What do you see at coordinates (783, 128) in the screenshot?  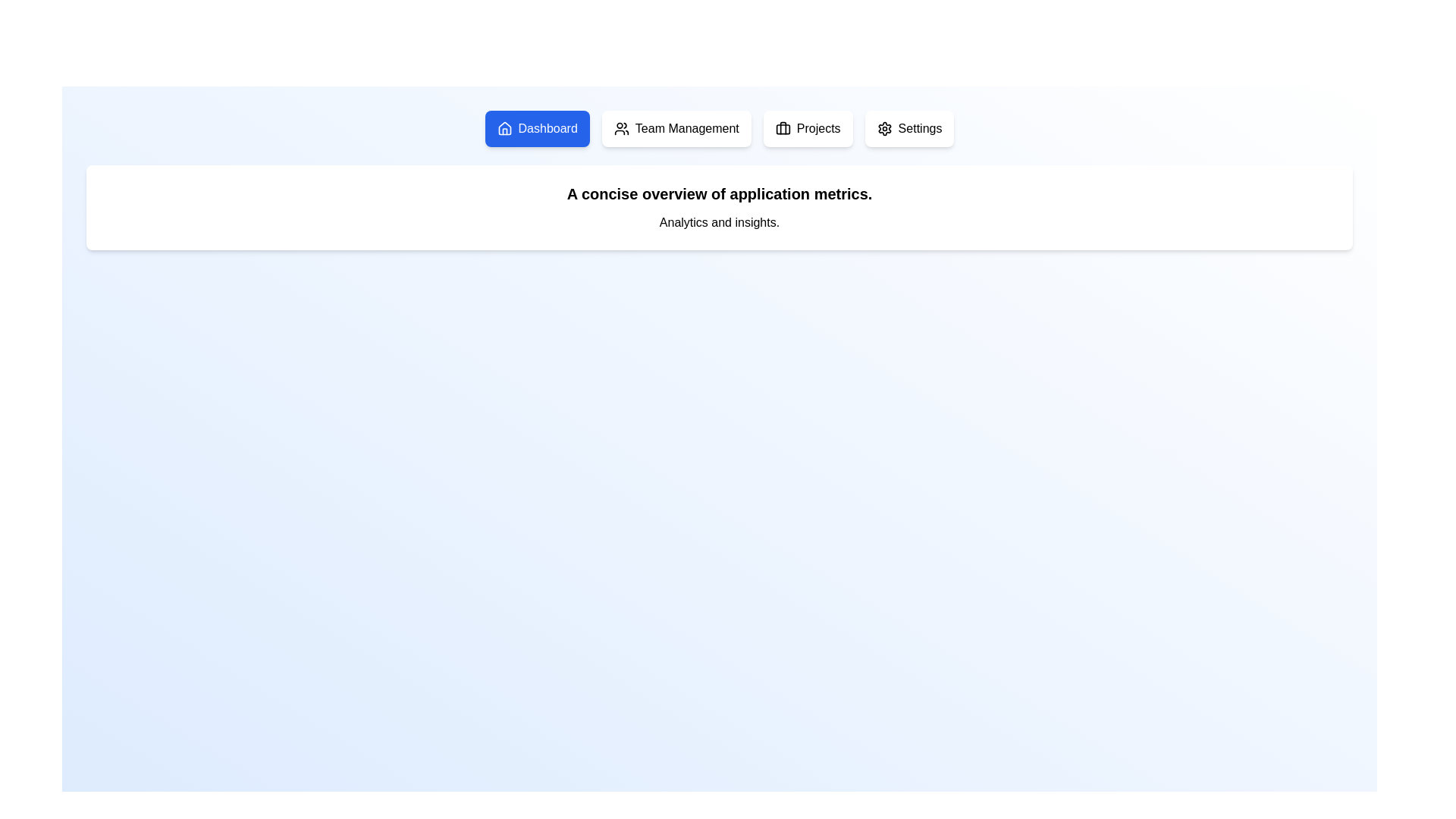 I see `the decorative shape, which is the back rectangle of the briefcase icon located third from the left in the navigation bar at the top of the interface` at bounding box center [783, 128].